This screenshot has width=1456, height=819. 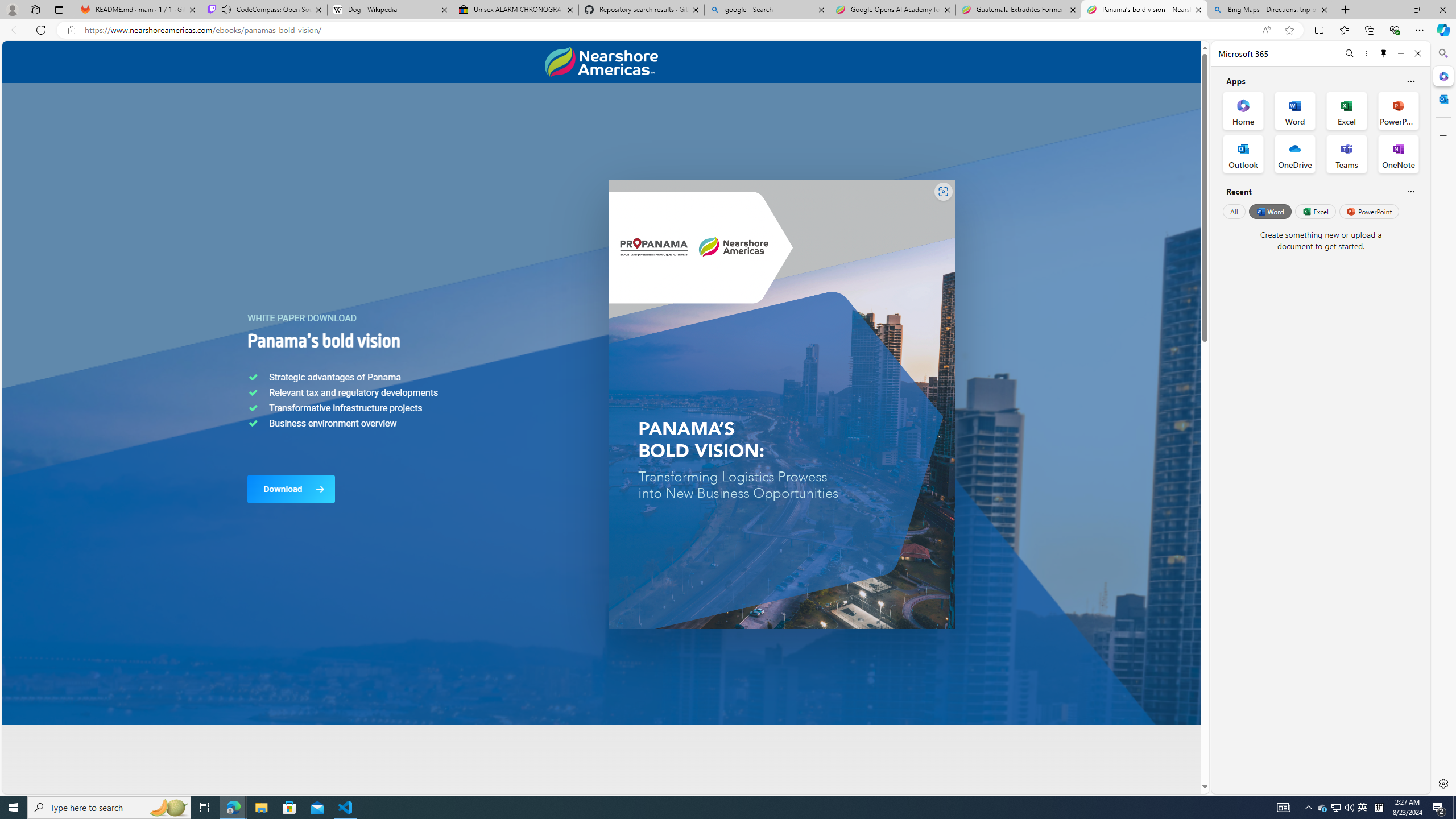 What do you see at coordinates (1347, 154) in the screenshot?
I see `'Teams Office App'` at bounding box center [1347, 154].